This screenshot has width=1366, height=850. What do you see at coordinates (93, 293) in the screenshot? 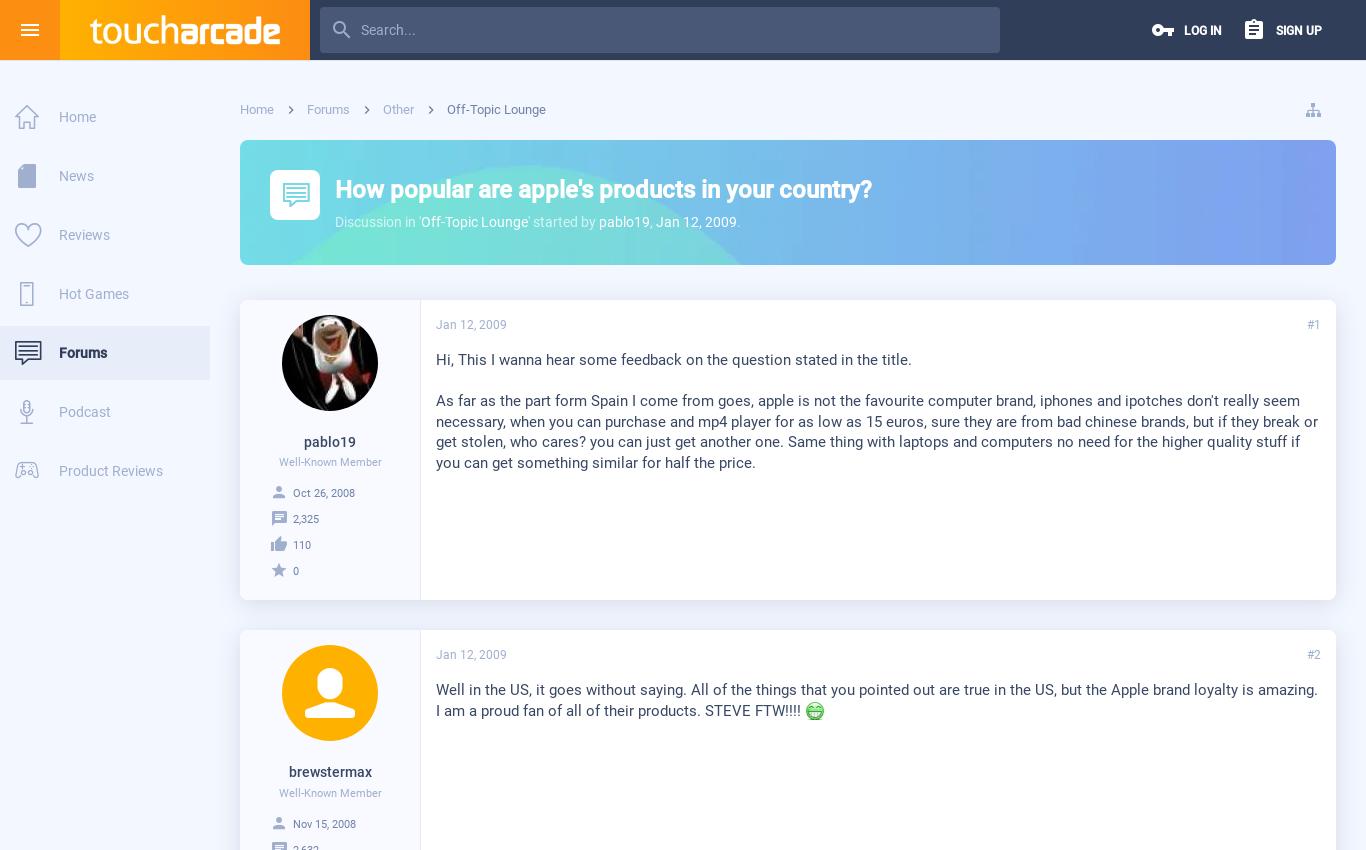
I see `'Hot Games'` at bounding box center [93, 293].